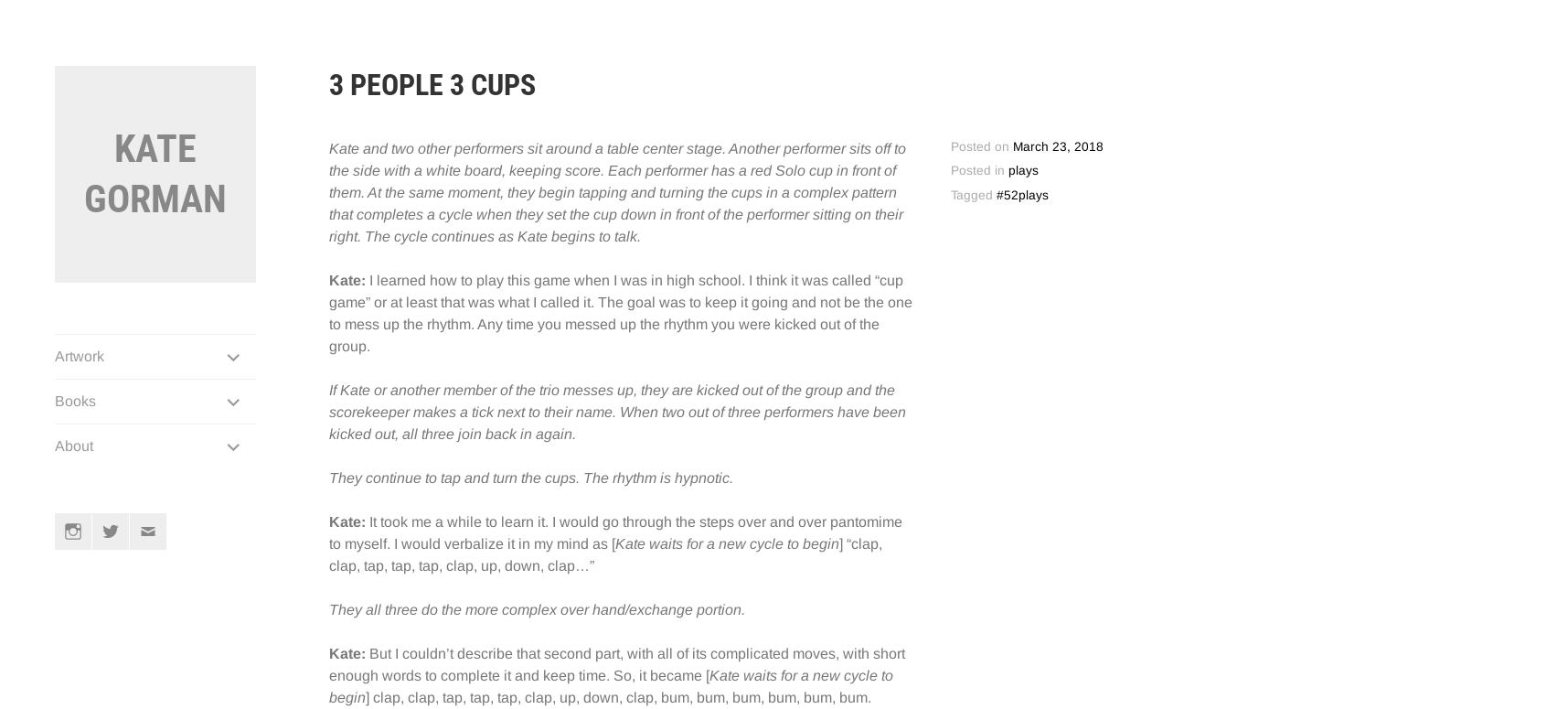 The image size is (1568, 709). Describe the element at coordinates (949, 194) in the screenshot. I see `'Tagged'` at that location.